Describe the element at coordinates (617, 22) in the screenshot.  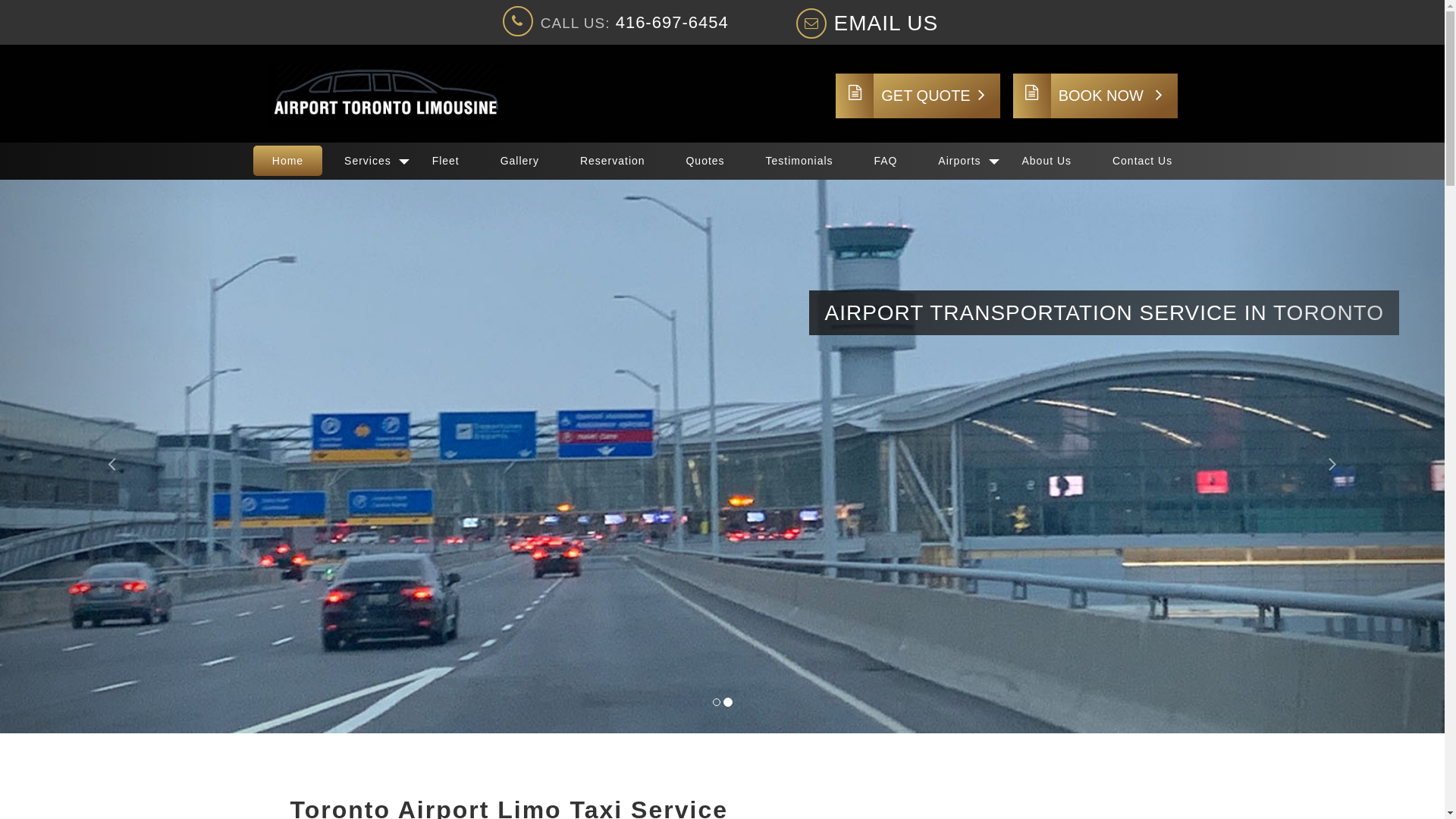
I see `'CALL US: 416-697-6454'` at that location.